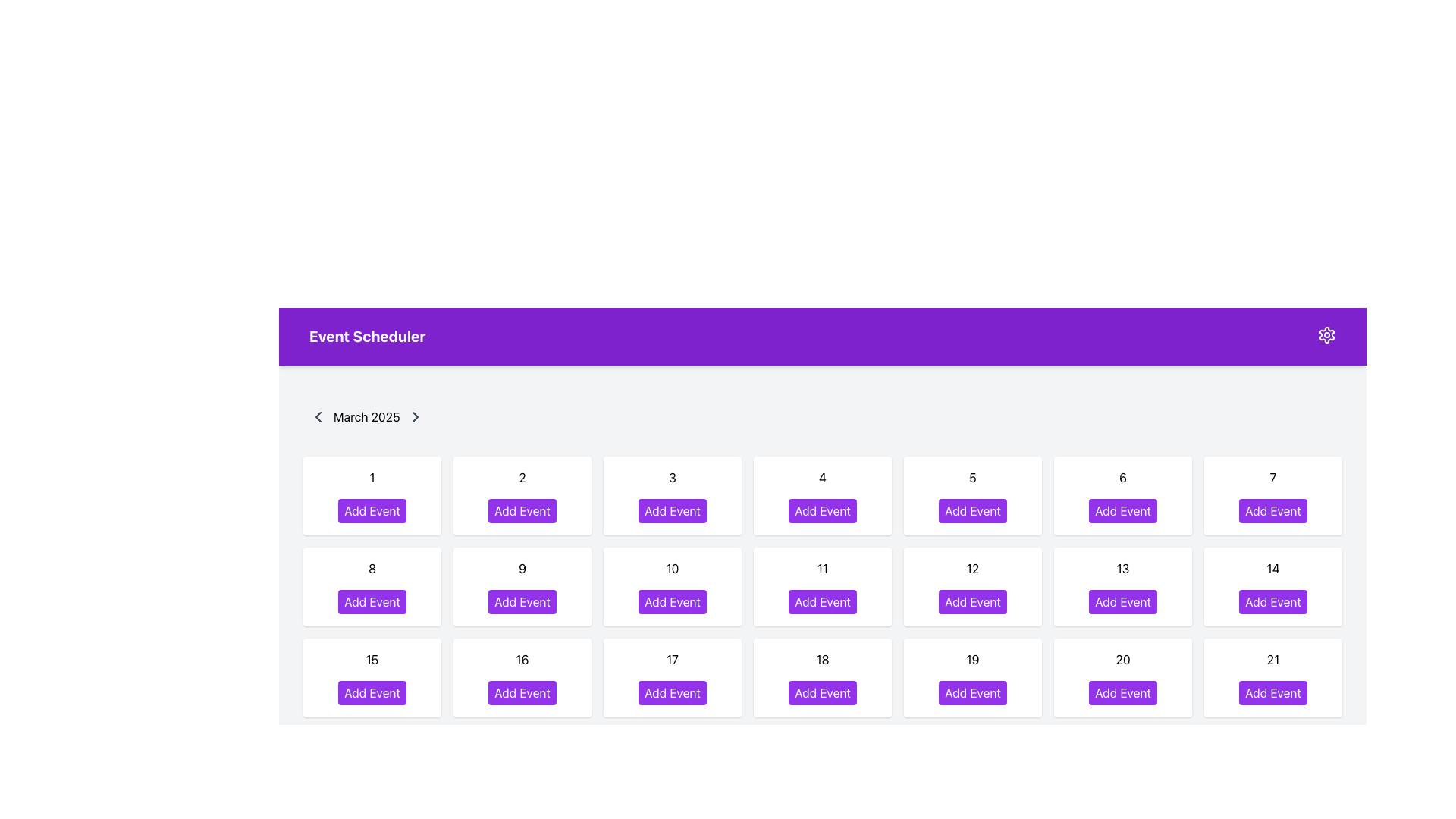 The image size is (1456, 819). What do you see at coordinates (415, 417) in the screenshot?
I see `the small right-facing arrow icon button located to the right of the text 'March 2025'` at bounding box center [415, 417].